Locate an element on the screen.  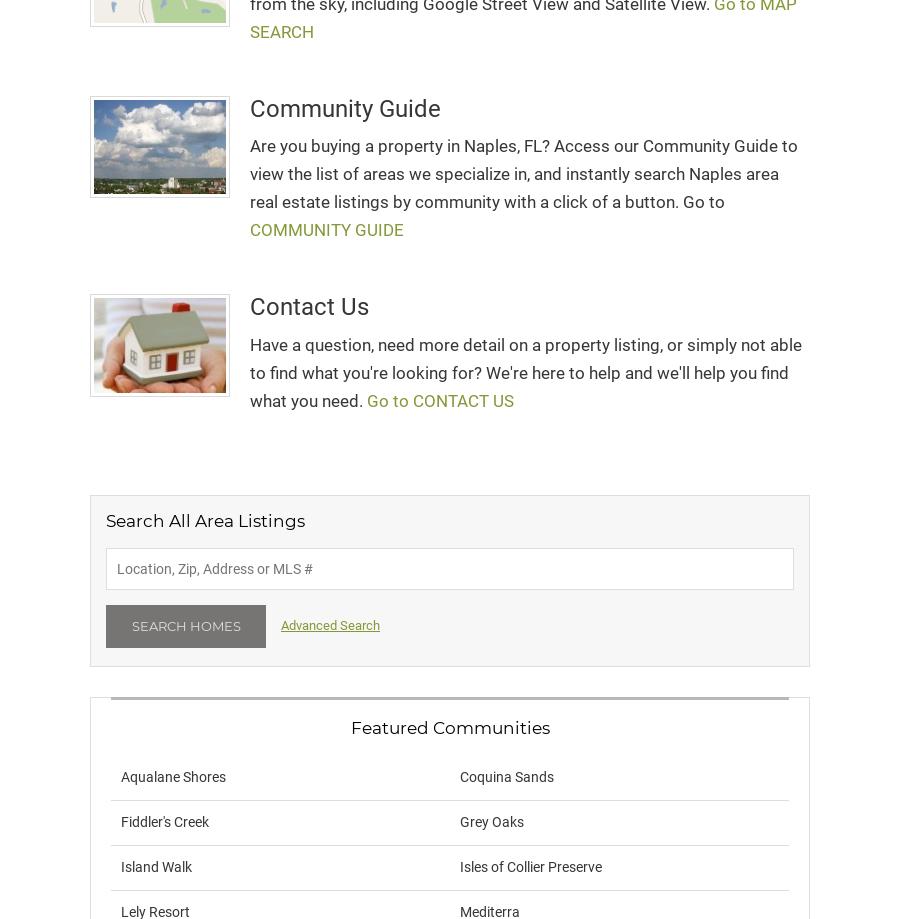
'COMMUNITY GUIDE' is located at coordinates (325, 230).